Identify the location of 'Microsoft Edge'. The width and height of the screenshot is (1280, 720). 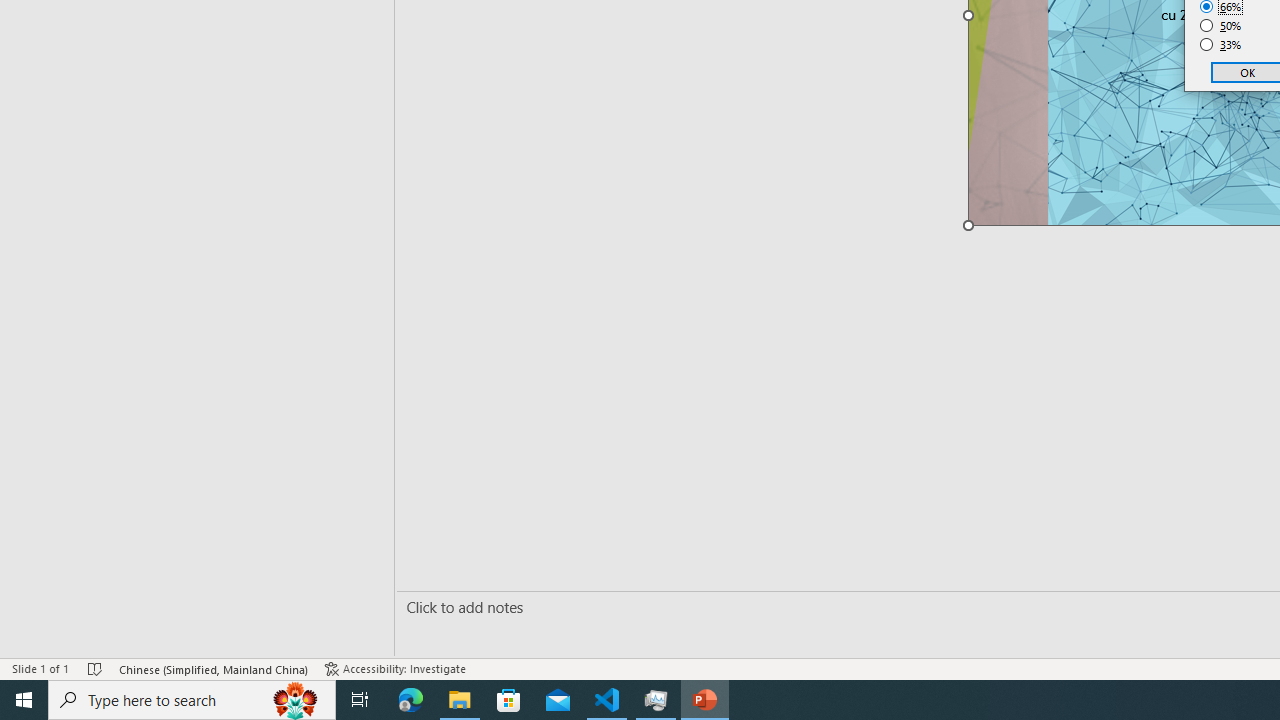
(410, 698).